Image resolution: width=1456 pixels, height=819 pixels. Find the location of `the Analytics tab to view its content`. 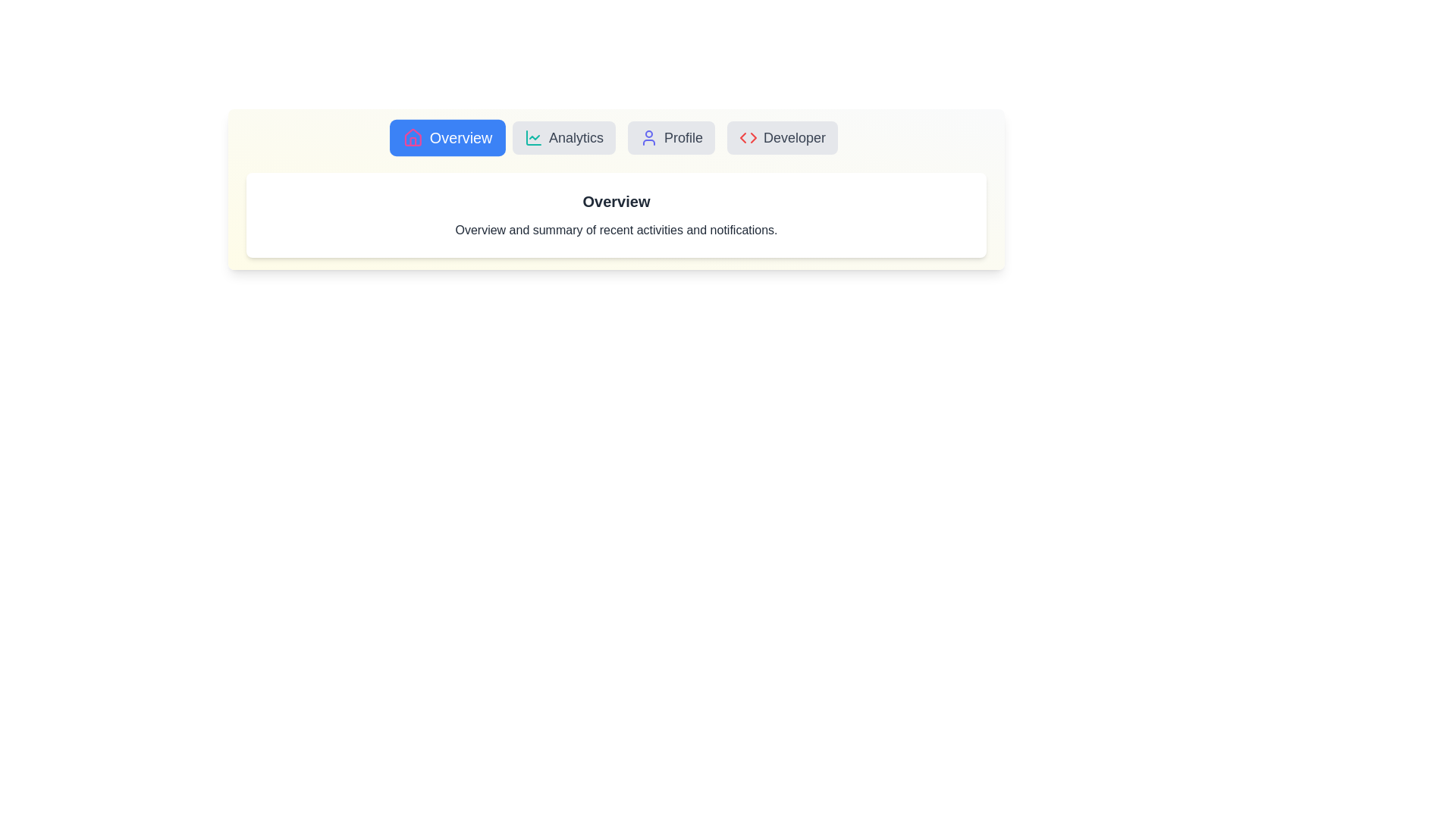

the Analytics tab to view its content is located at coordinates (563, 137).